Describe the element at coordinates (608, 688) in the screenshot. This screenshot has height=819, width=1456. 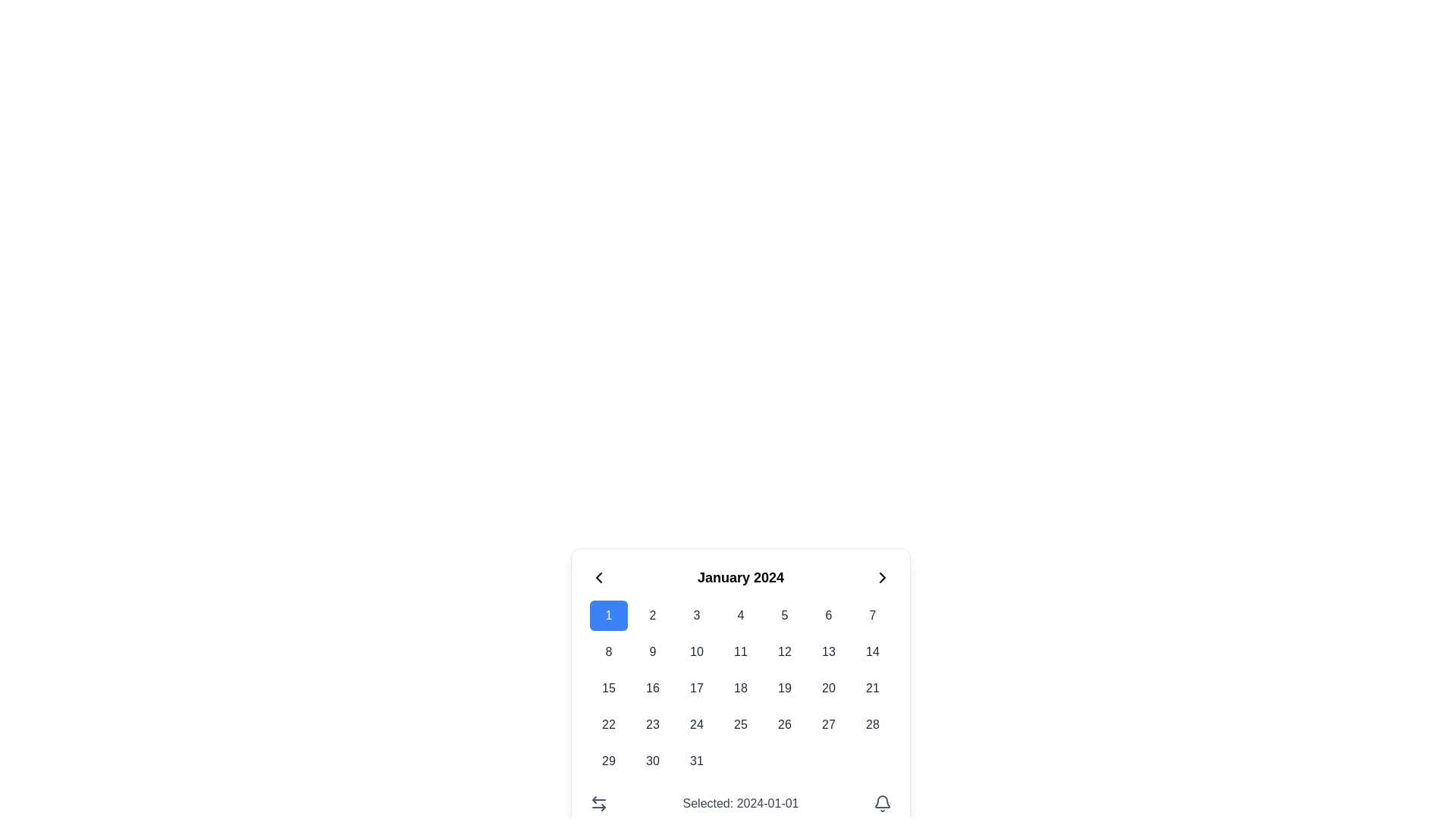
I see `the calendar date button displaying '15' in gray font` at that location.